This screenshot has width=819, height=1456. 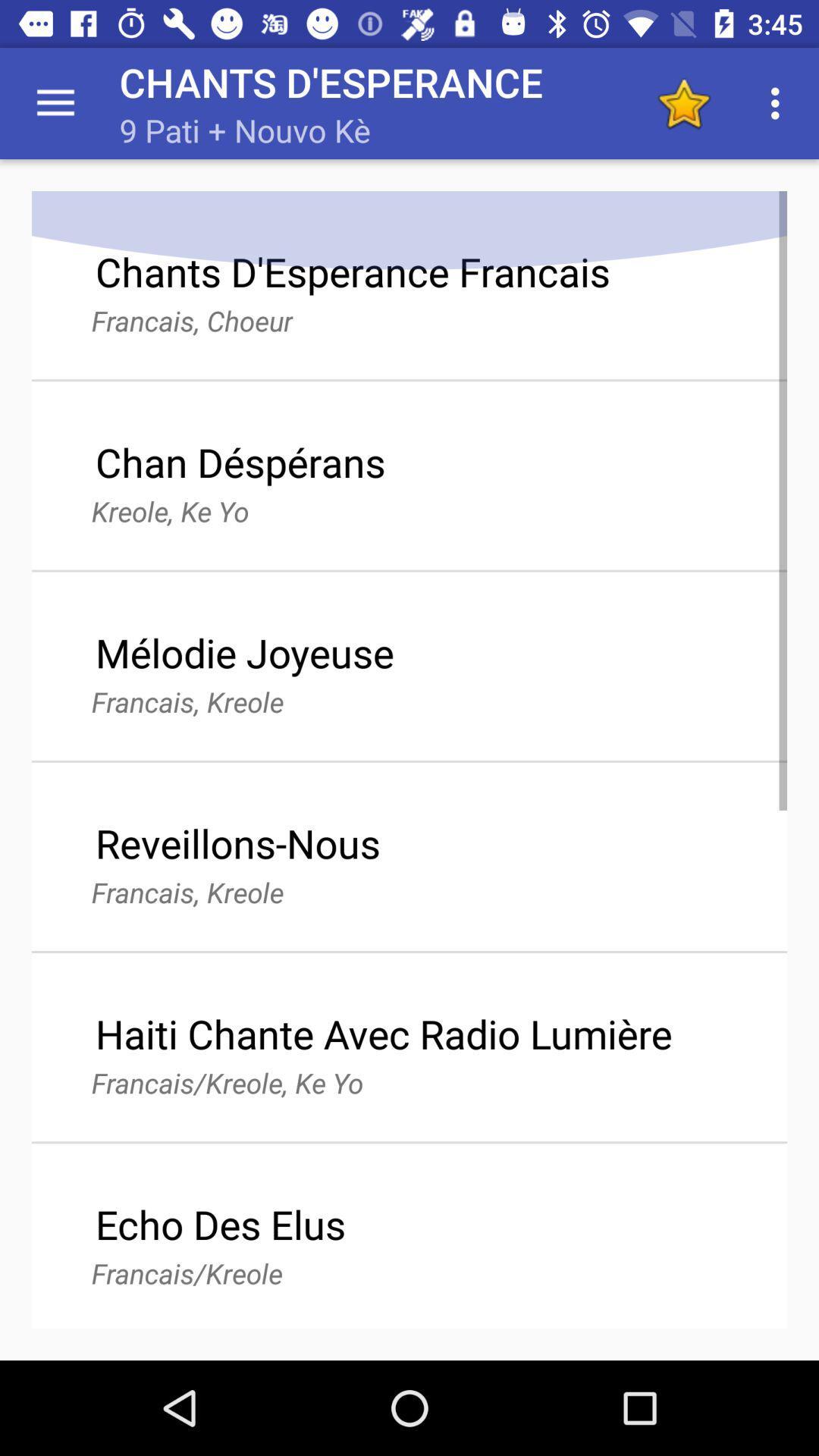 What do you see at coordinates (220, 1224) in the screenshot?
I see `the icon below the francais kreole ke` at bounding box center [220, 1224].